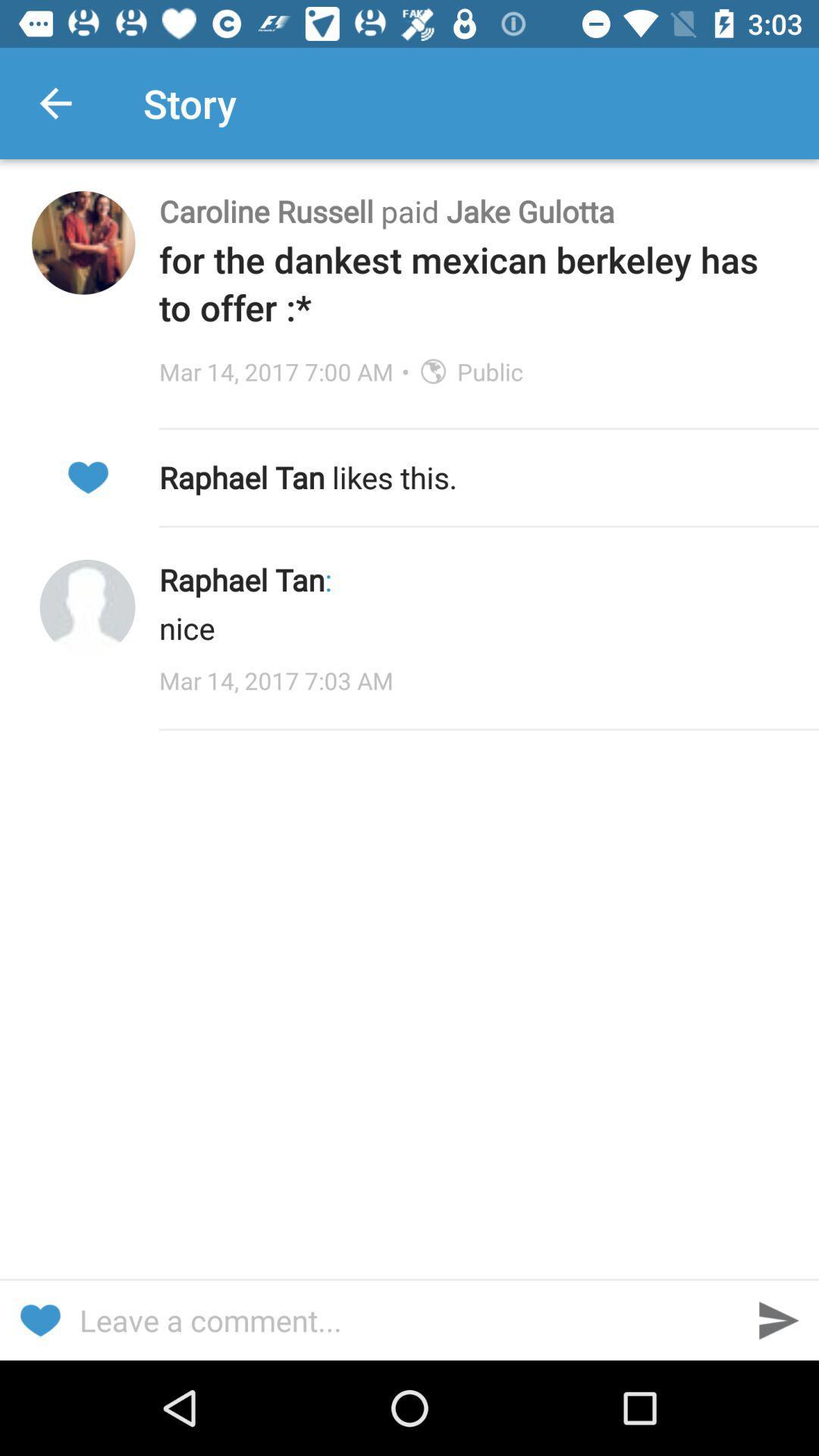 This screenshot has height=1456, width=819. Describe the element at coordinates (39, 1319) in the screenshot. I see `send heart` at that location.